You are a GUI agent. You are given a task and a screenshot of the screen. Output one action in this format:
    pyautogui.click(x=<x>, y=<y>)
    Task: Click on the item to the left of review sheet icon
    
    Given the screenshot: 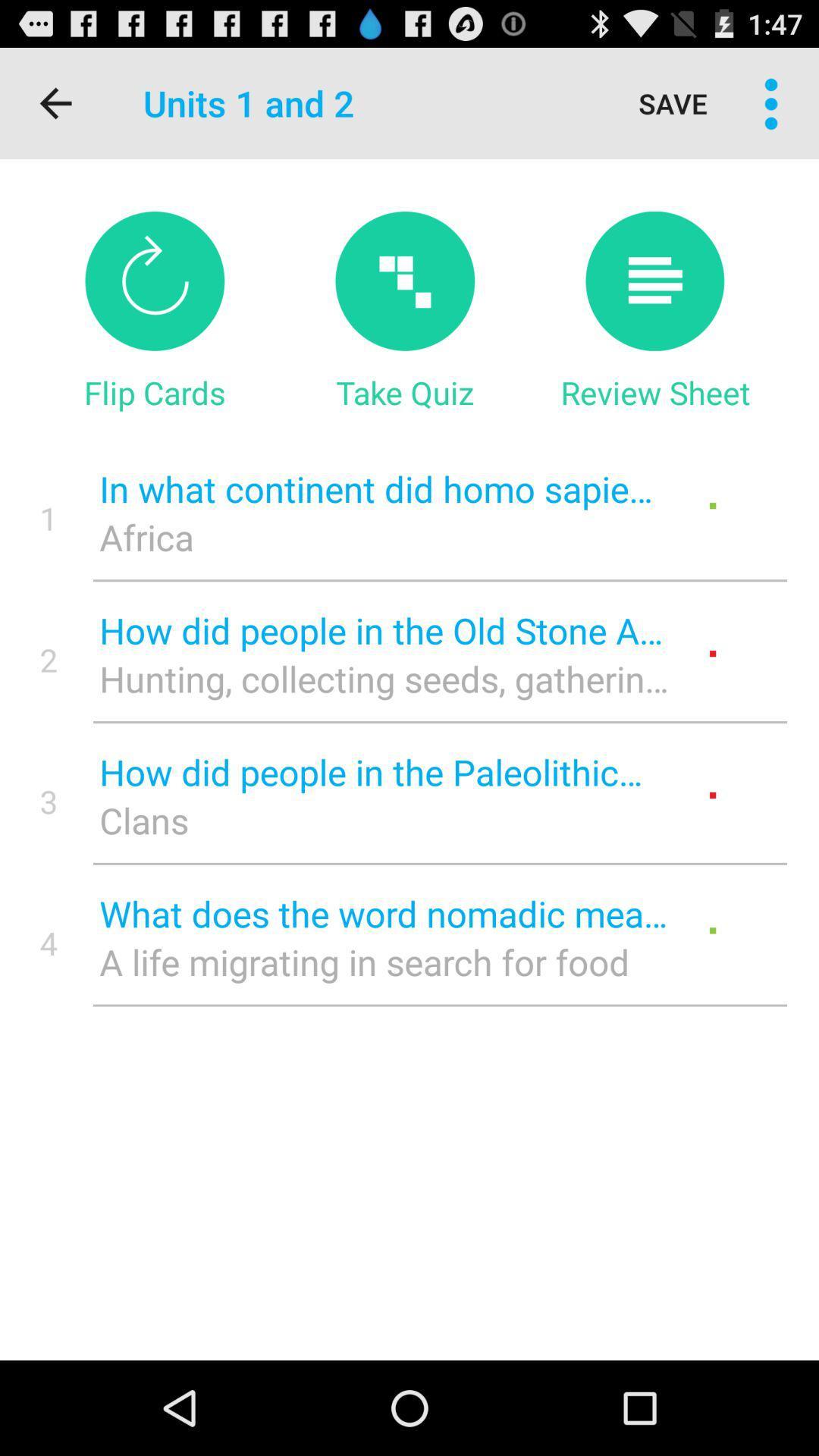 What is the action you would take?
    pyautogui.click(x=404, y=392)
    